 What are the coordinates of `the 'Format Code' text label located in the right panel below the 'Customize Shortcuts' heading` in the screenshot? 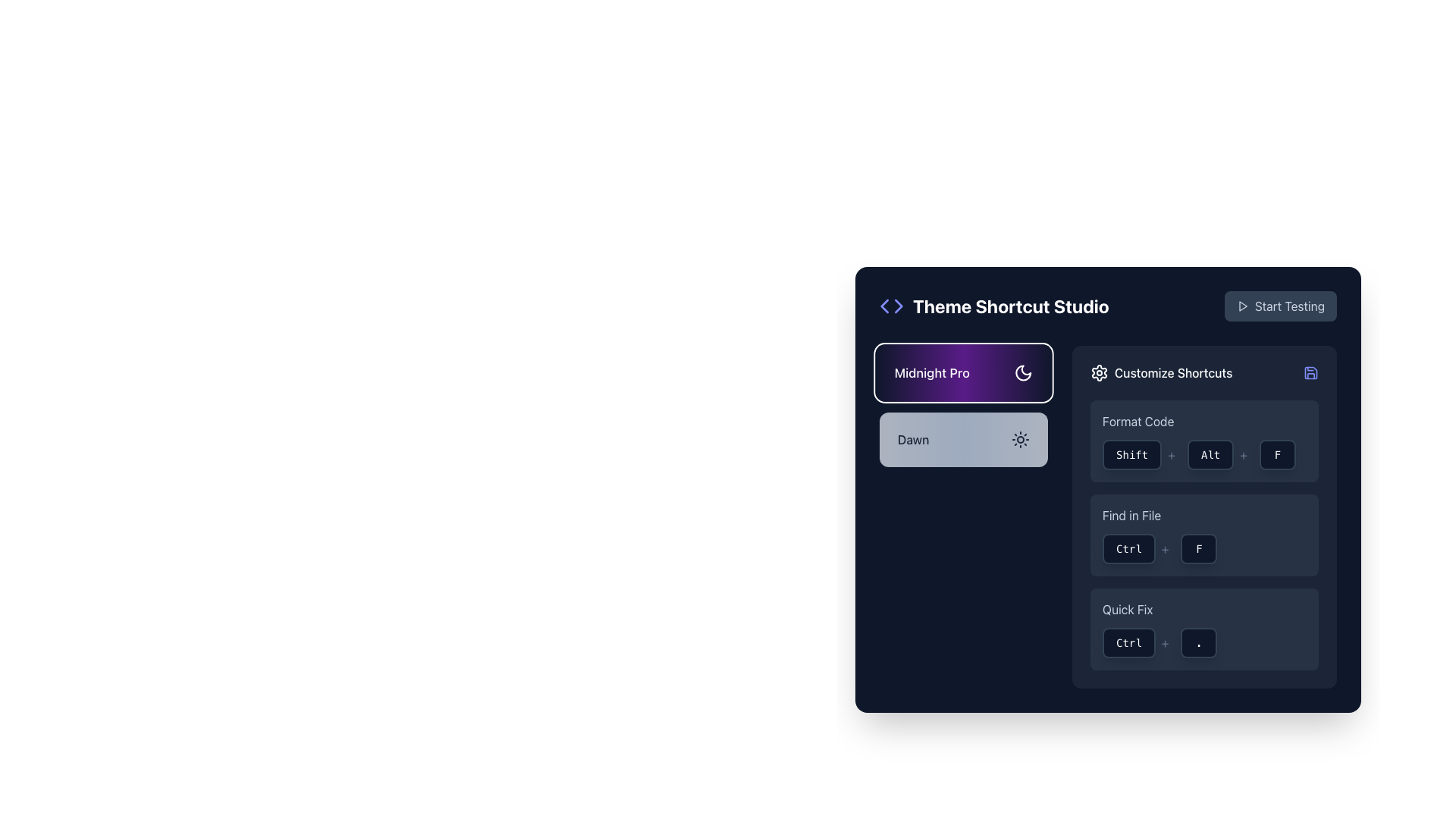 It's located at (1138, 421).